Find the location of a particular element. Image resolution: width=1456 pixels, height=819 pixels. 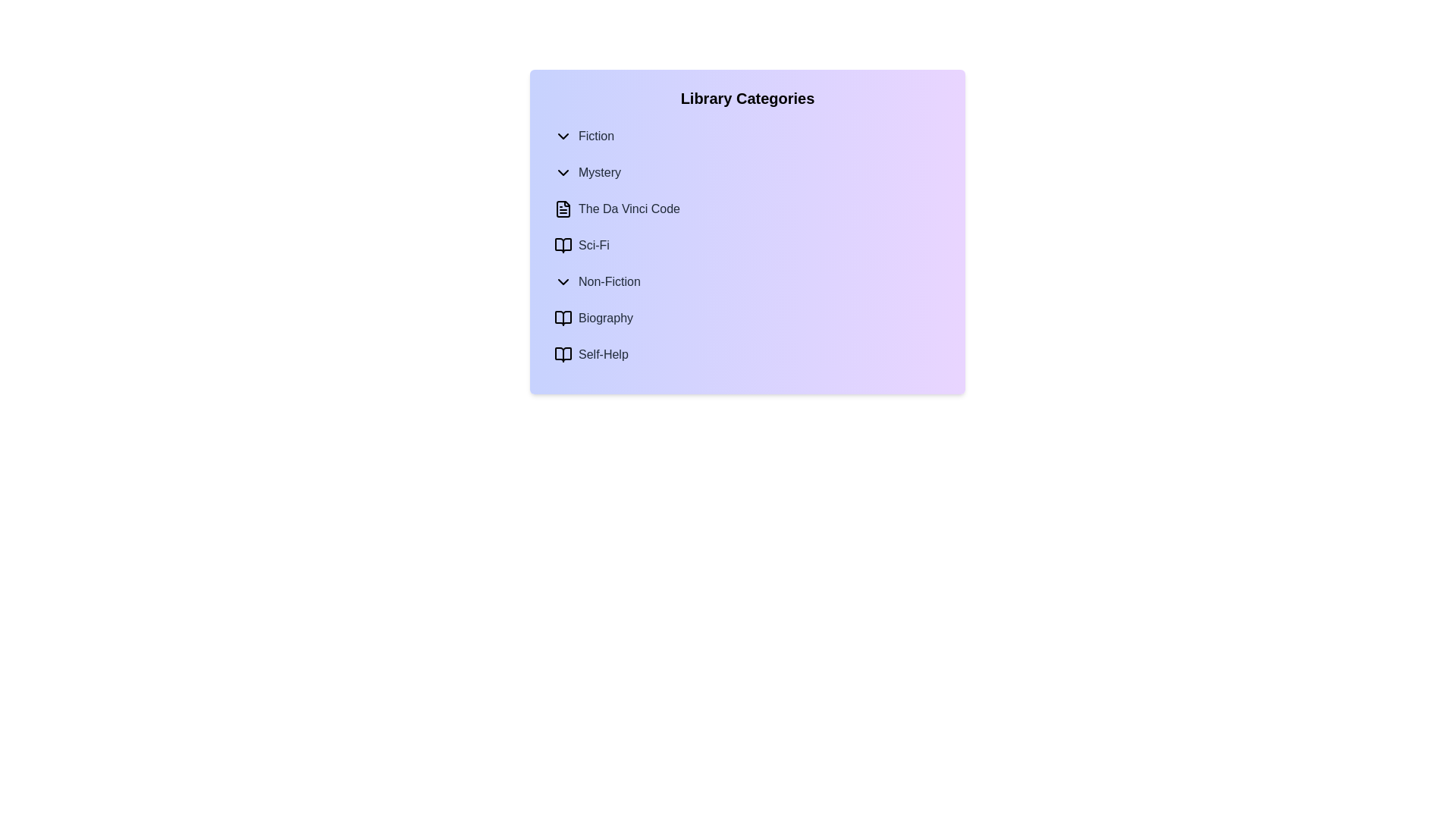

to select the 'Biography' category menu item, which is the second item beneath the 'Non-Fiction' category in the 'Library Categories' list is located at coordinates (747, 318).